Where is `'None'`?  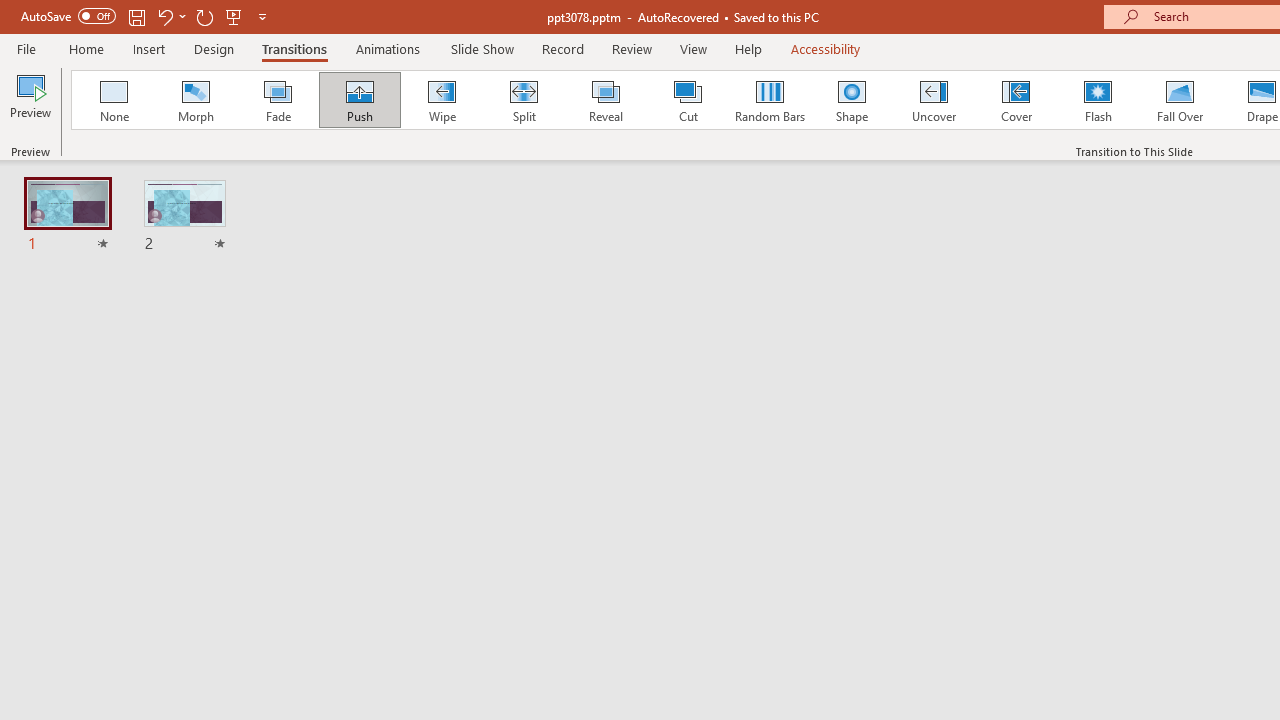
'None' is located at coordinates (112, 100).